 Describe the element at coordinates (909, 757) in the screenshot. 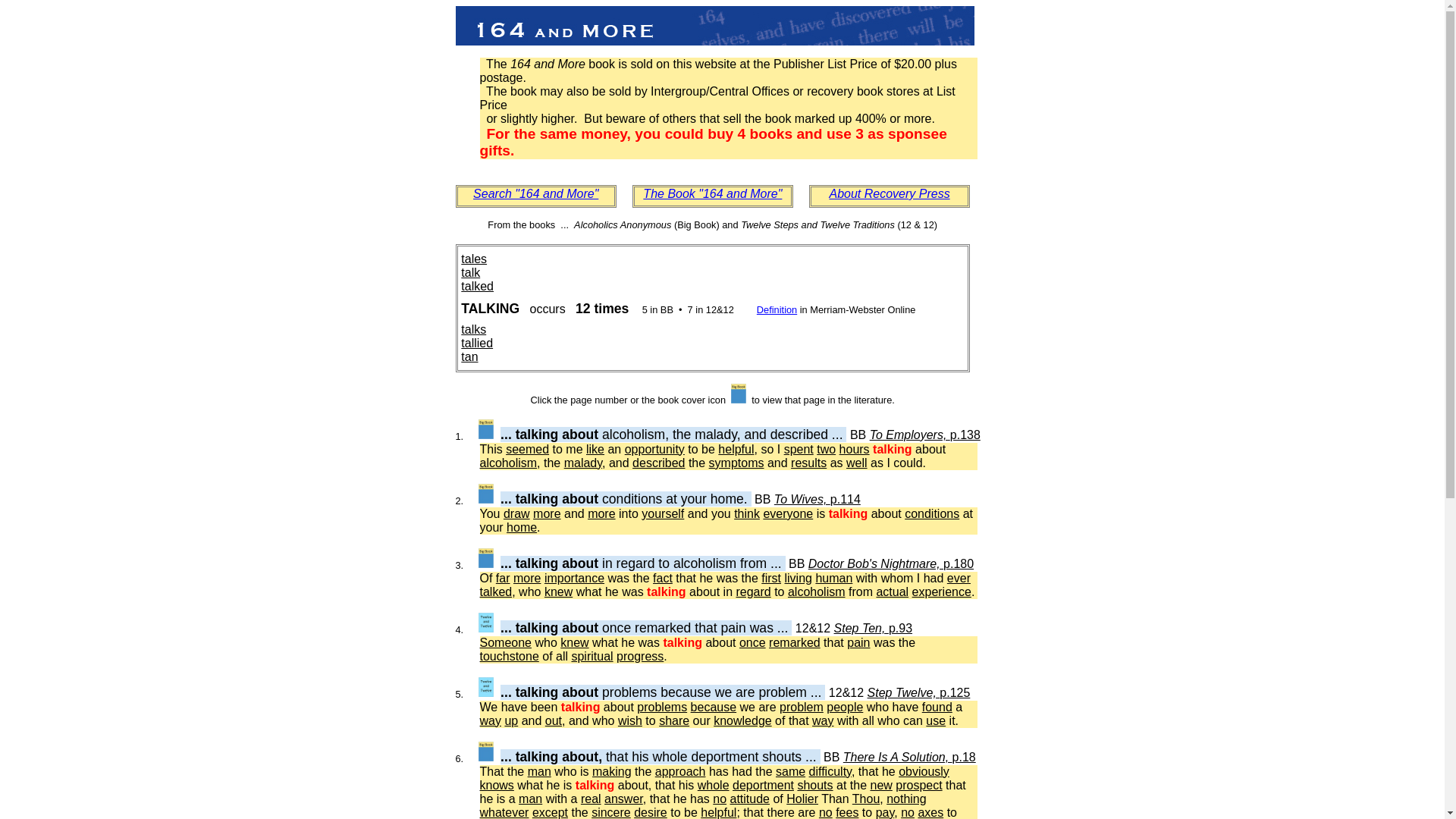

I see `'There Is A Solution, p.18'` at that location.